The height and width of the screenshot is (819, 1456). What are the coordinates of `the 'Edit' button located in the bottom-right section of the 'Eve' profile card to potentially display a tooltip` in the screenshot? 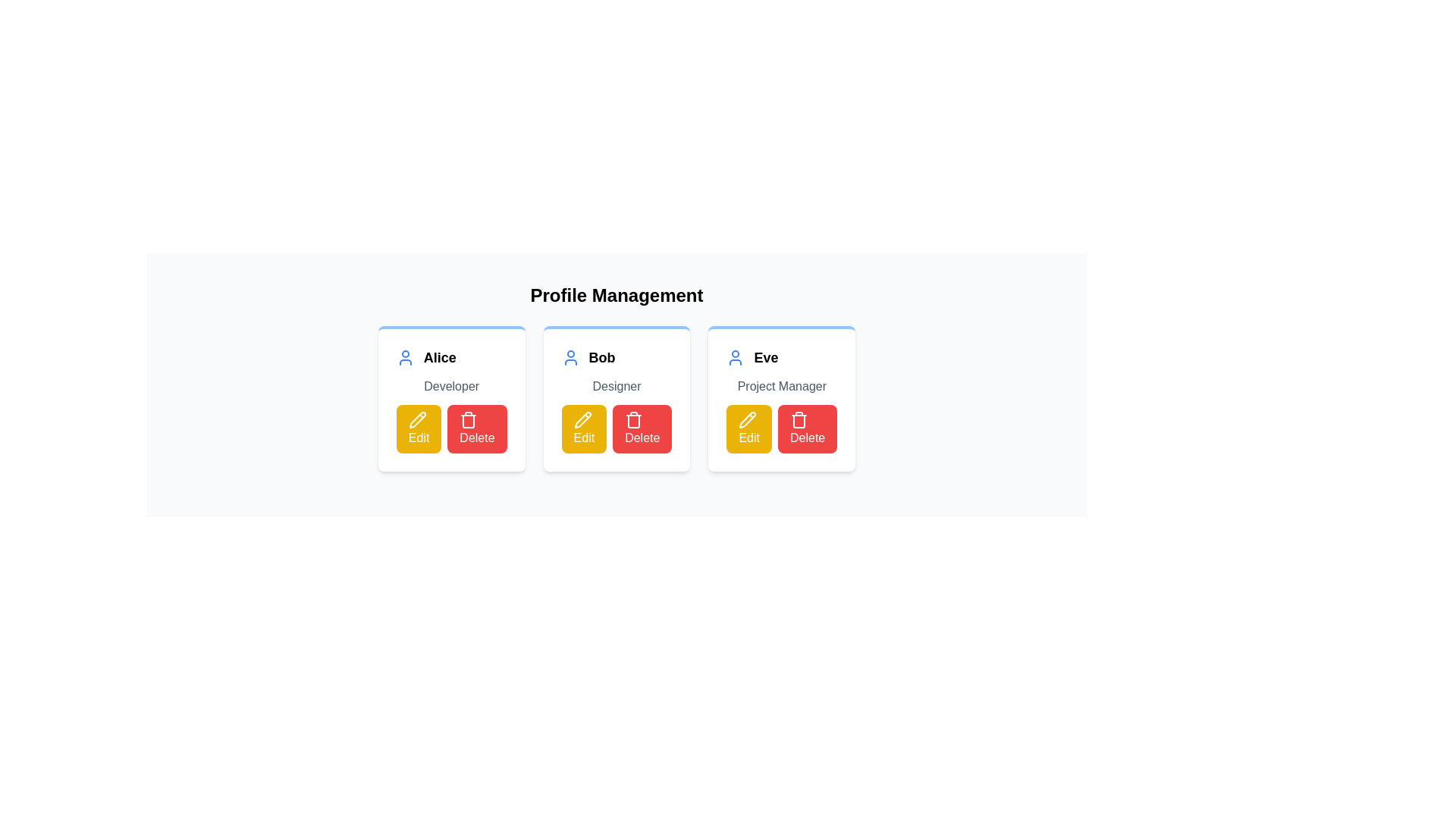 It's located at (749, 429).